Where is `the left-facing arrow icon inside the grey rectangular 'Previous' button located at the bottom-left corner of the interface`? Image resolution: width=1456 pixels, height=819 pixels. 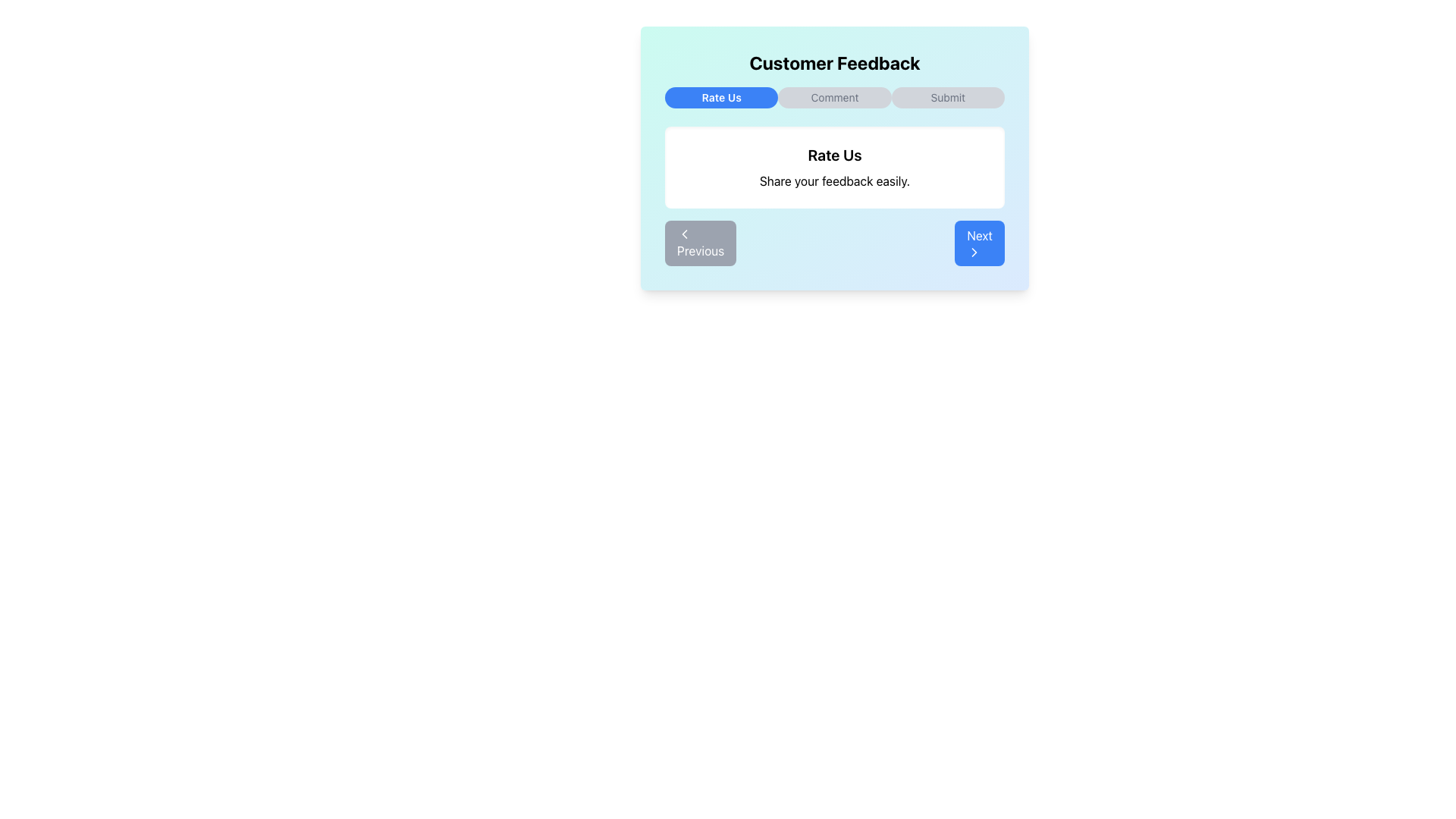 the left-facing arrow icon inside the grey rectangular 'Previous' button located at the bottom-left corner of the interface is located at coordinates (683, 234).